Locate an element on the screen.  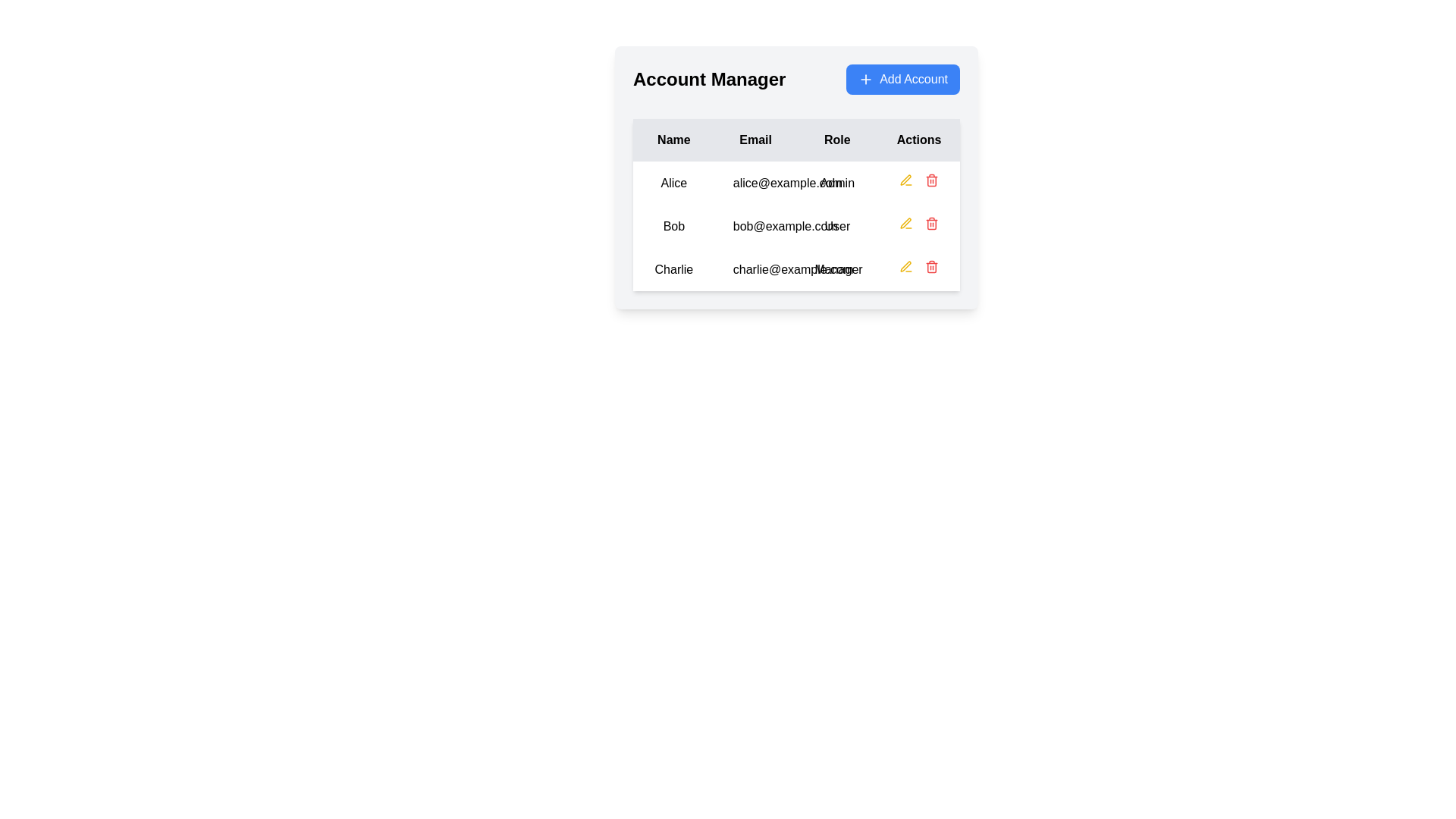
the edit icon in the 'Actions' column of the data table associated with 'Alice' is located at coordinates (906, 265).